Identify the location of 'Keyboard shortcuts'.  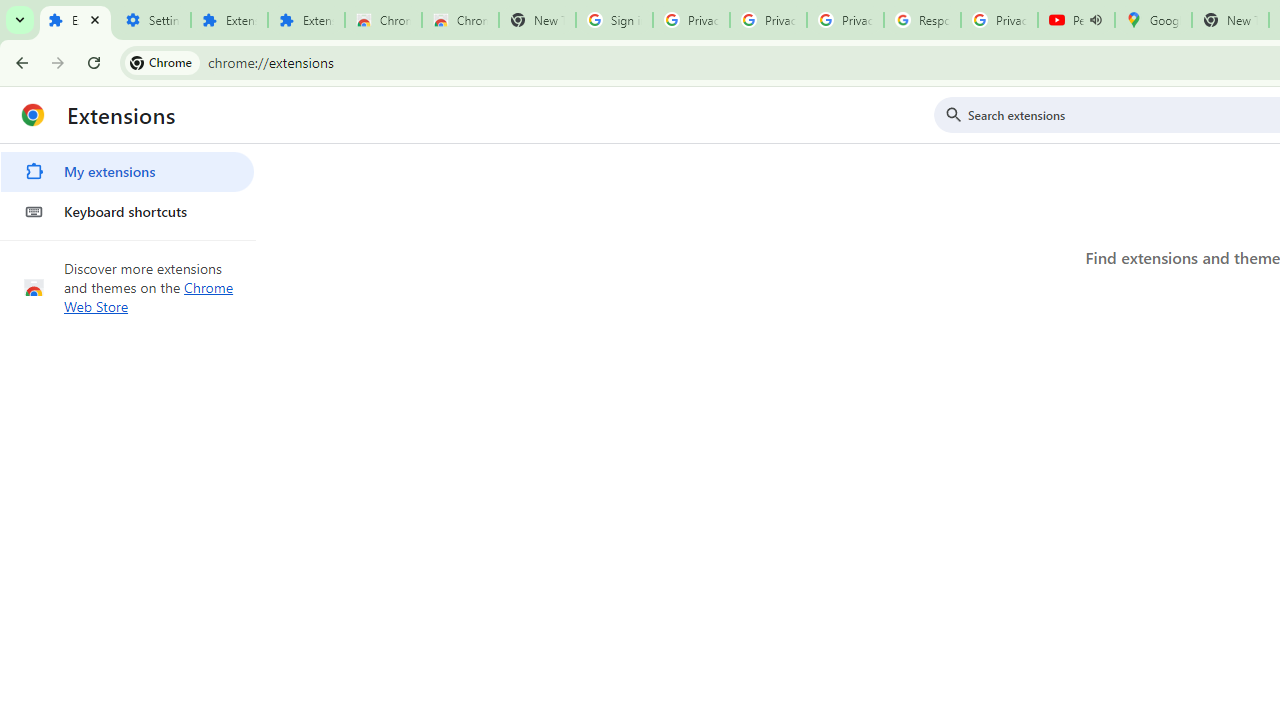
(126, 212).